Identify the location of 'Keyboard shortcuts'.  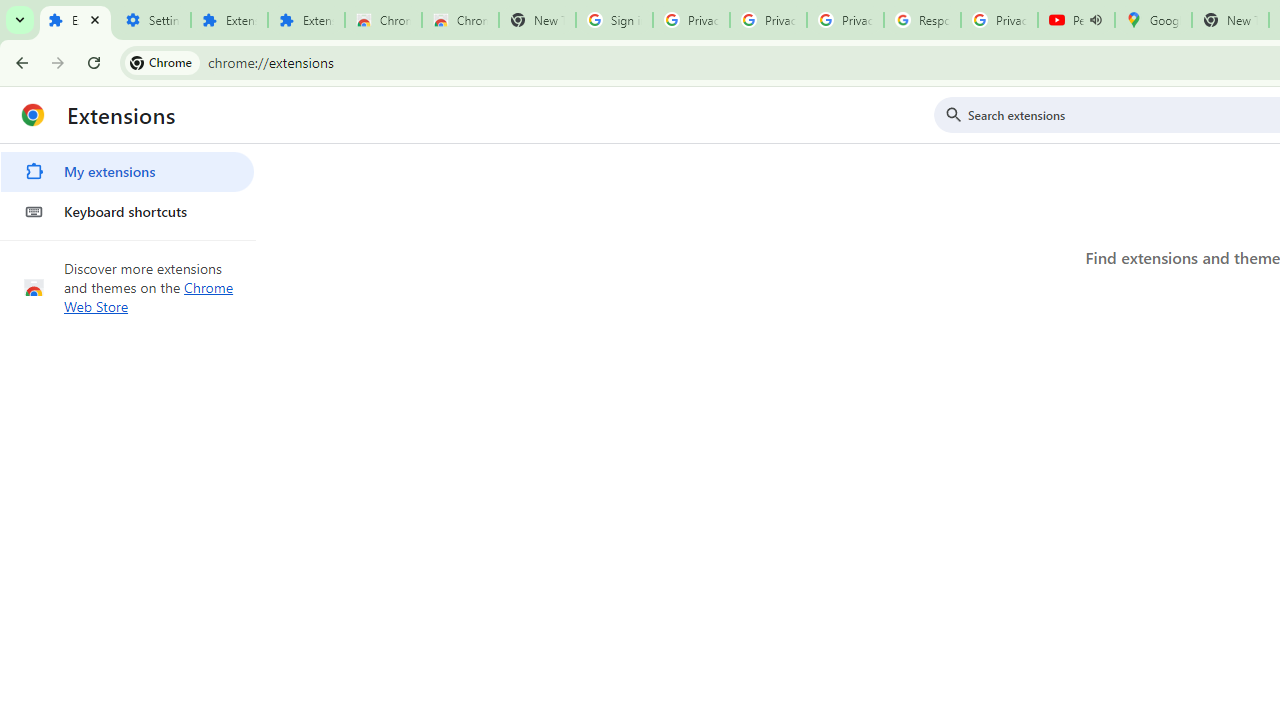
(126, 212).